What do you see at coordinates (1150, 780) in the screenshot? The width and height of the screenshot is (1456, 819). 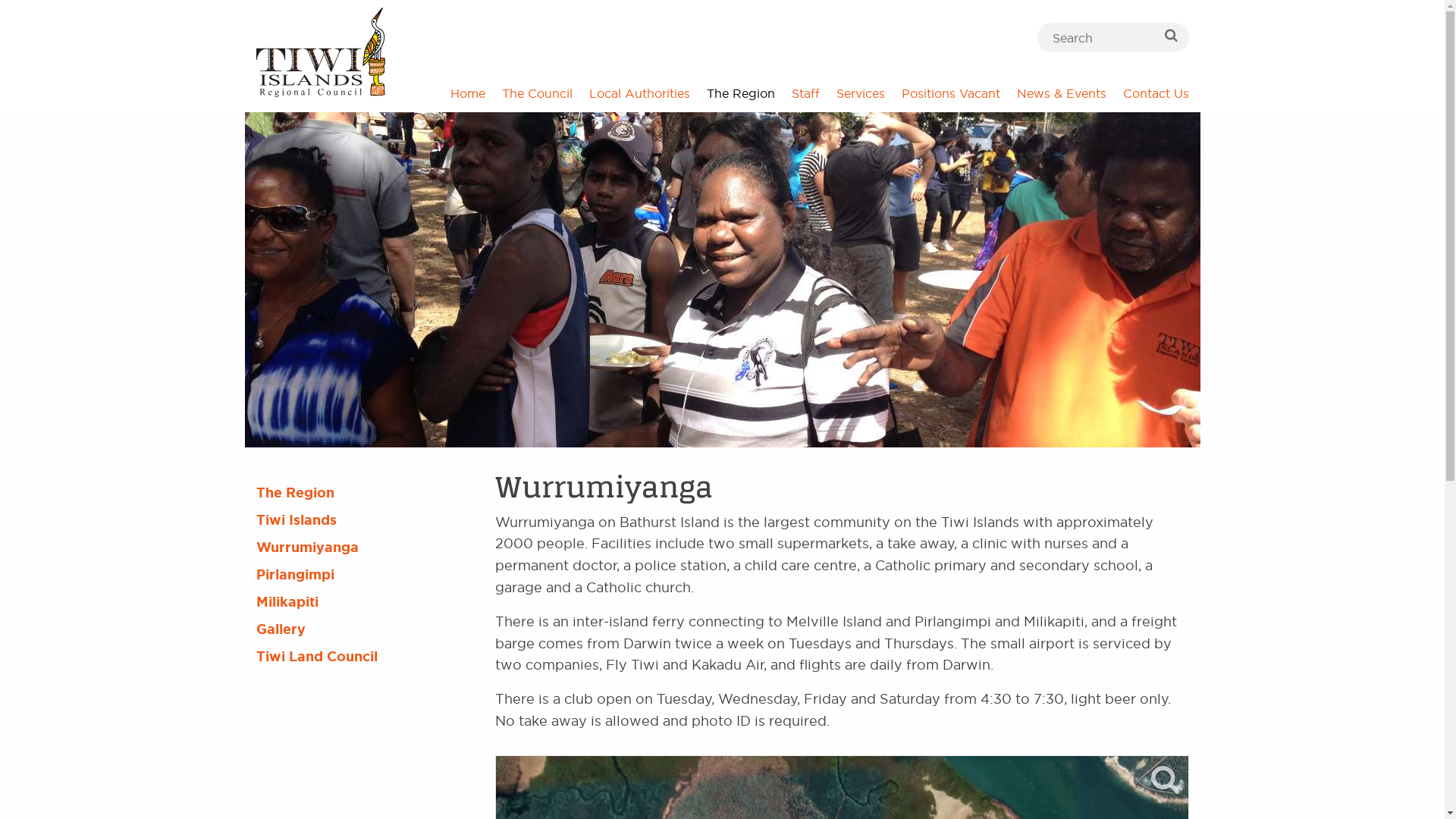 I see `'Magnify'` at bounding box center [1150, 780].